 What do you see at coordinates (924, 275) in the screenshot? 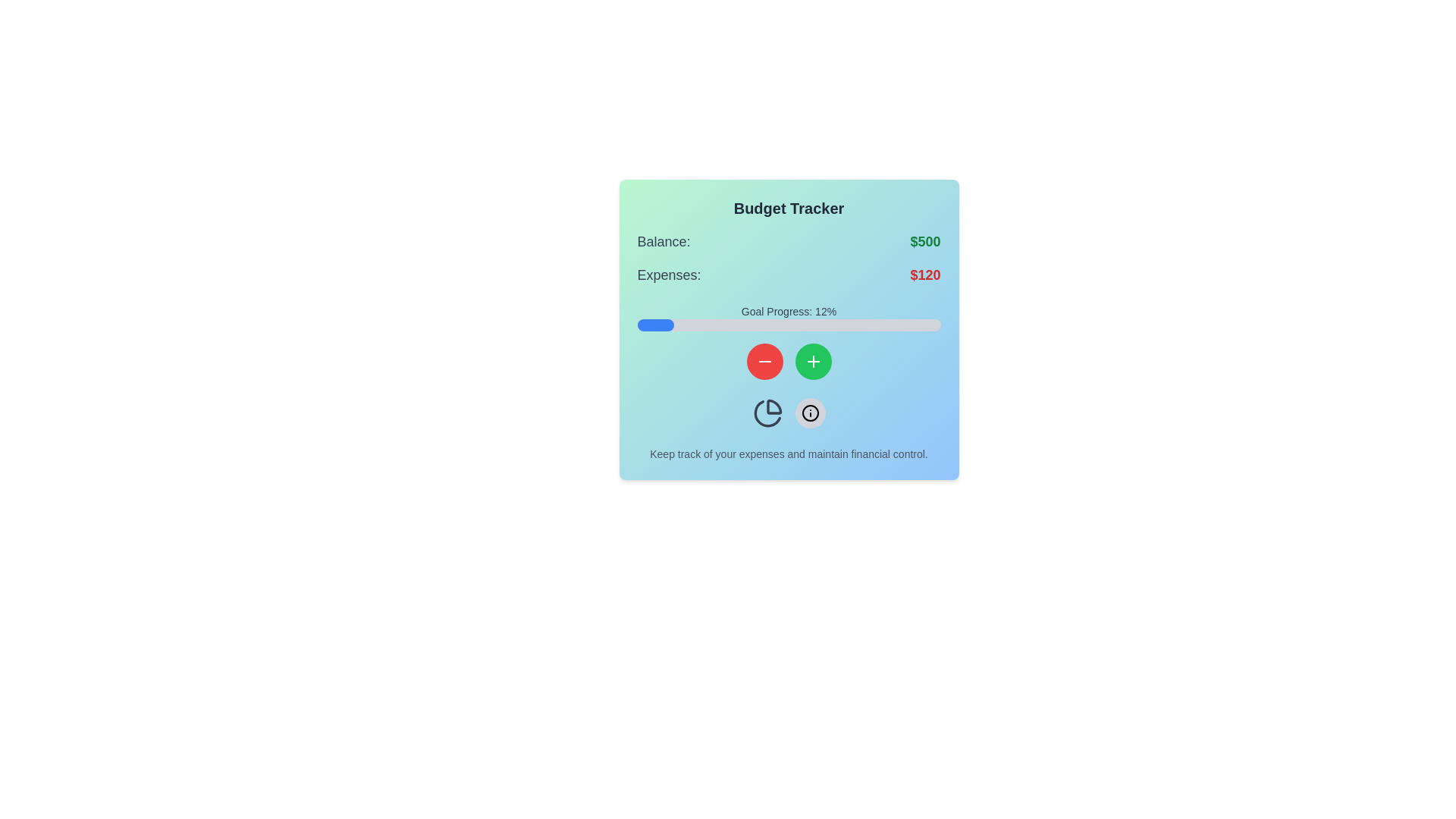
I see `Text label displaying the expense value '$120' in bold red font, positioned next to 'Expenses:' on a pastel gradient background` at bounding box center [924, 275].